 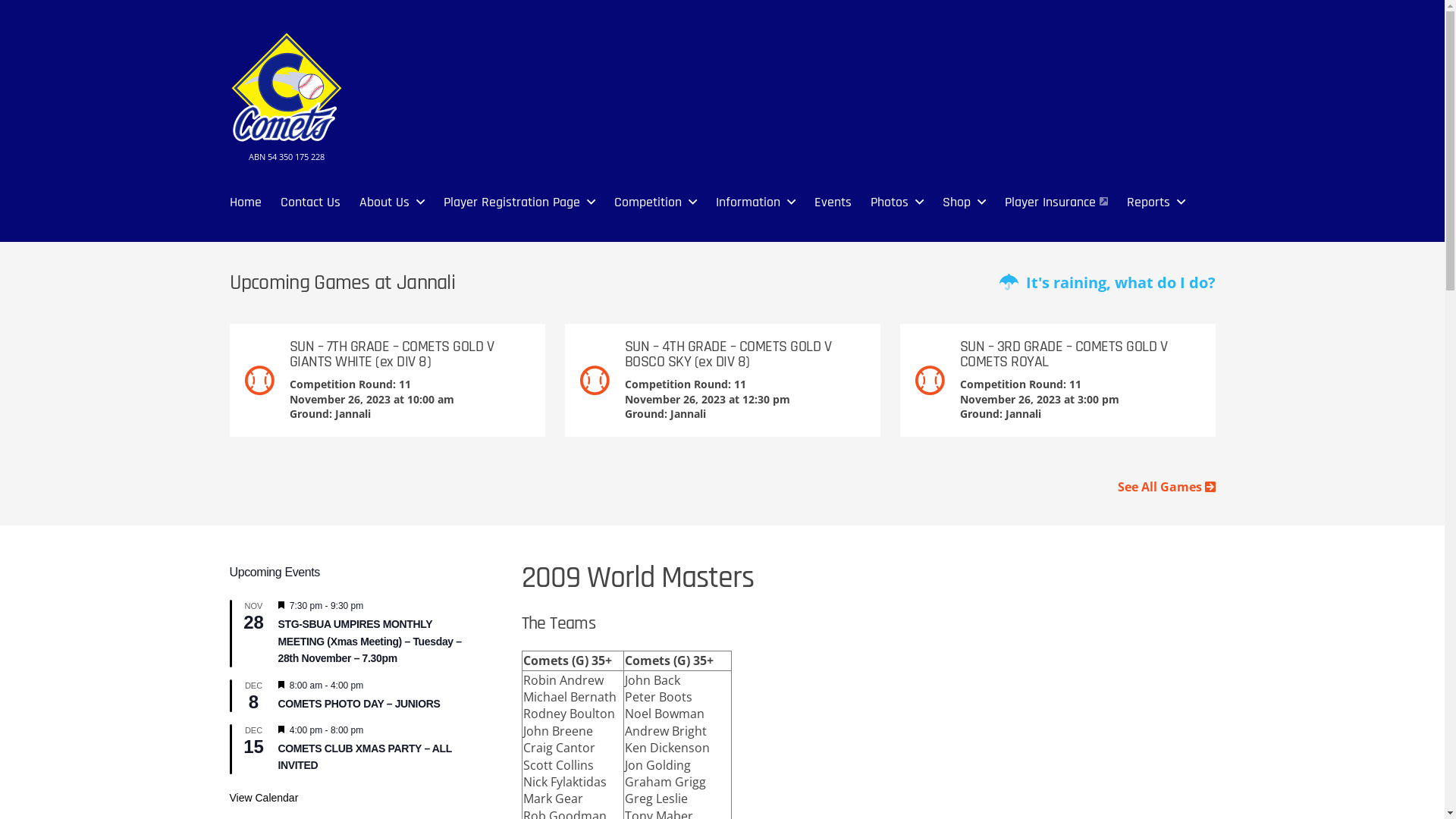 What do you see at coordinates (1107, 283) in the screenshot?
I see `'It's raining, what do I do?'` at bounding box center [1107, 283].